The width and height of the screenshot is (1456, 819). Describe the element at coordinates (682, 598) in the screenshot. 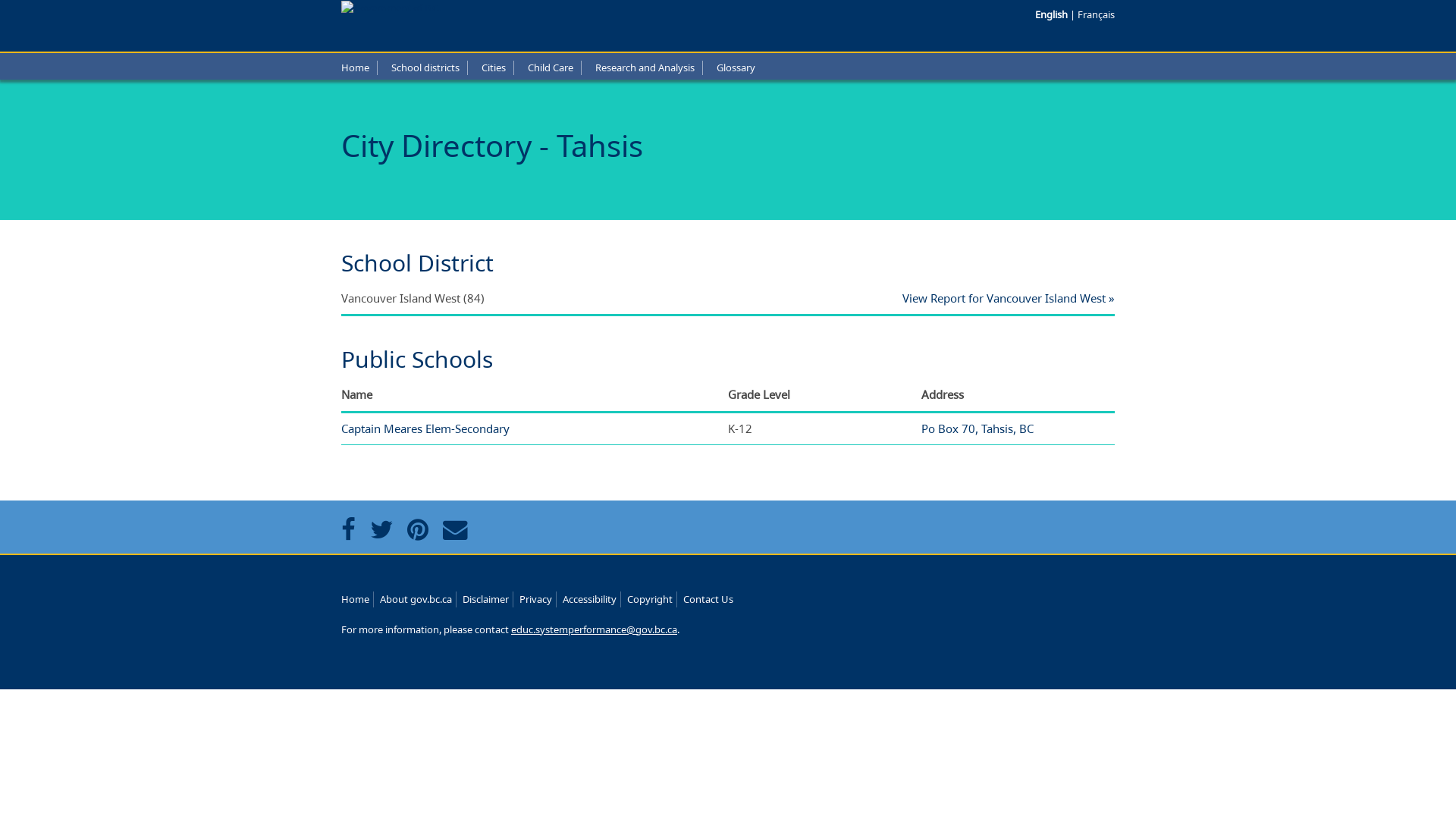

I see `'Contact Us'` at that location.